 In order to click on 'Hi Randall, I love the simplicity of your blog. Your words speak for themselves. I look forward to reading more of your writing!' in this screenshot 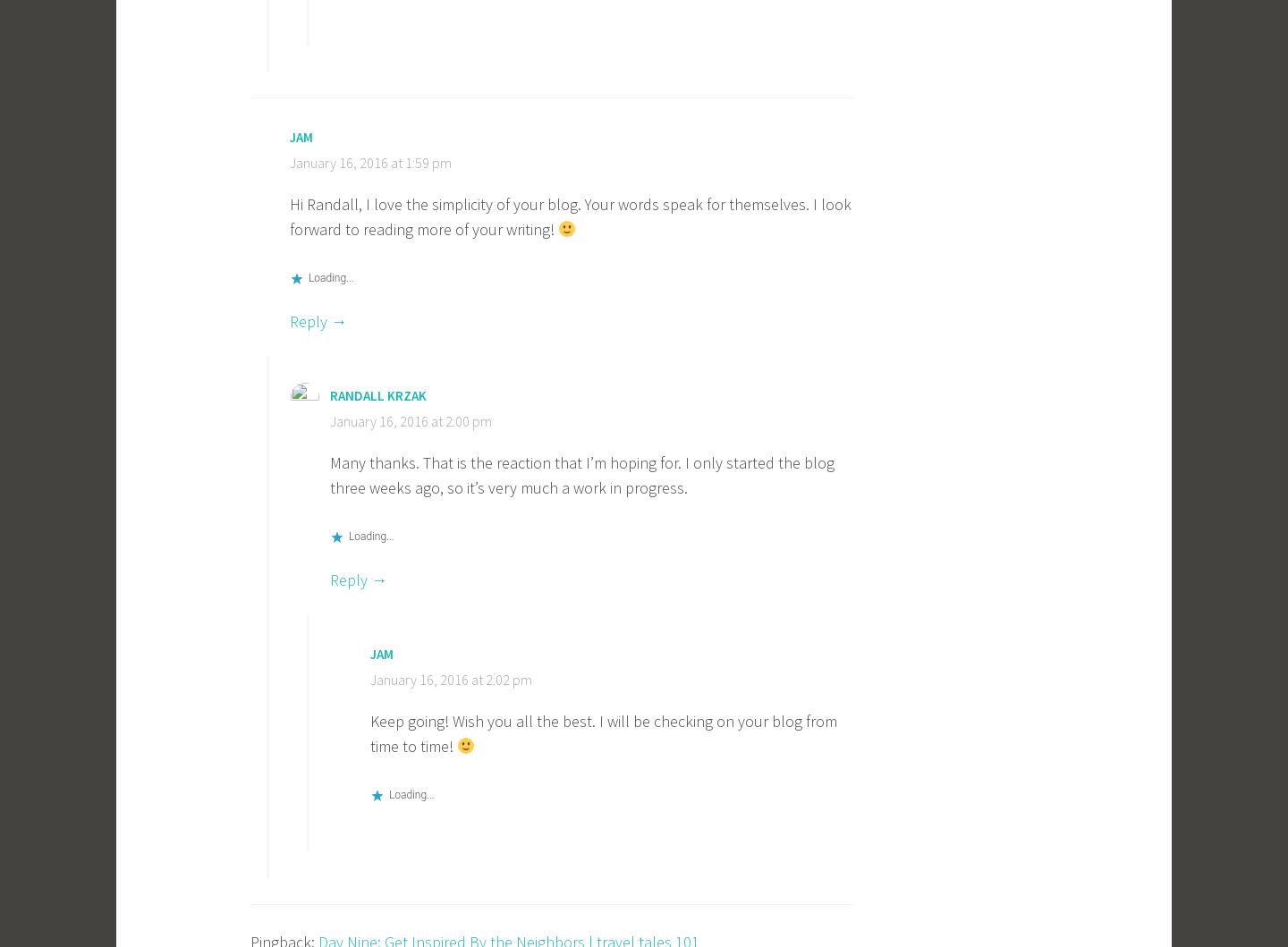, I will do `click(290, 216)`.